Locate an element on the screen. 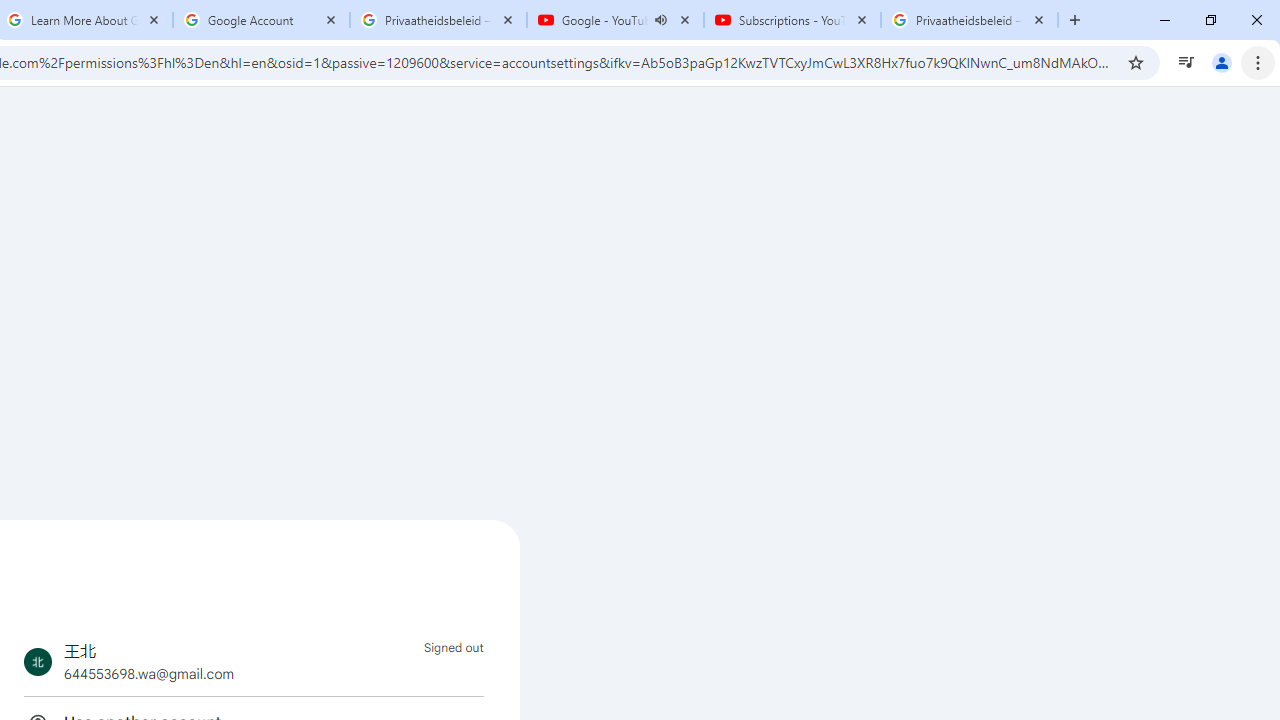 The image size is (1280, 720). 'Subscriptions - YouTube' is located at coordinates (791, 20).